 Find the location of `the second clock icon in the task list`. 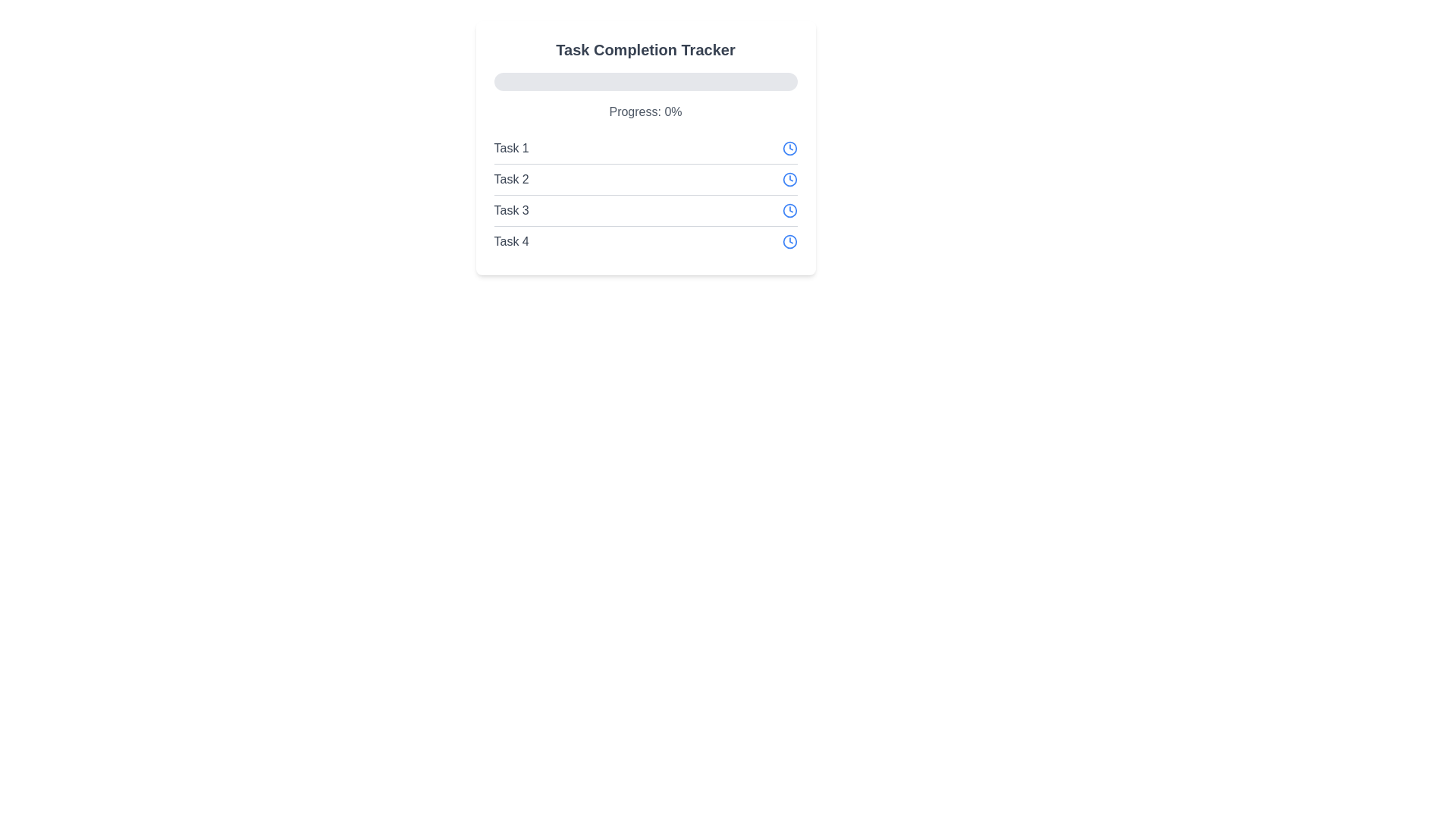

the second clock icon in the task list is located at coordinates (789, 178).